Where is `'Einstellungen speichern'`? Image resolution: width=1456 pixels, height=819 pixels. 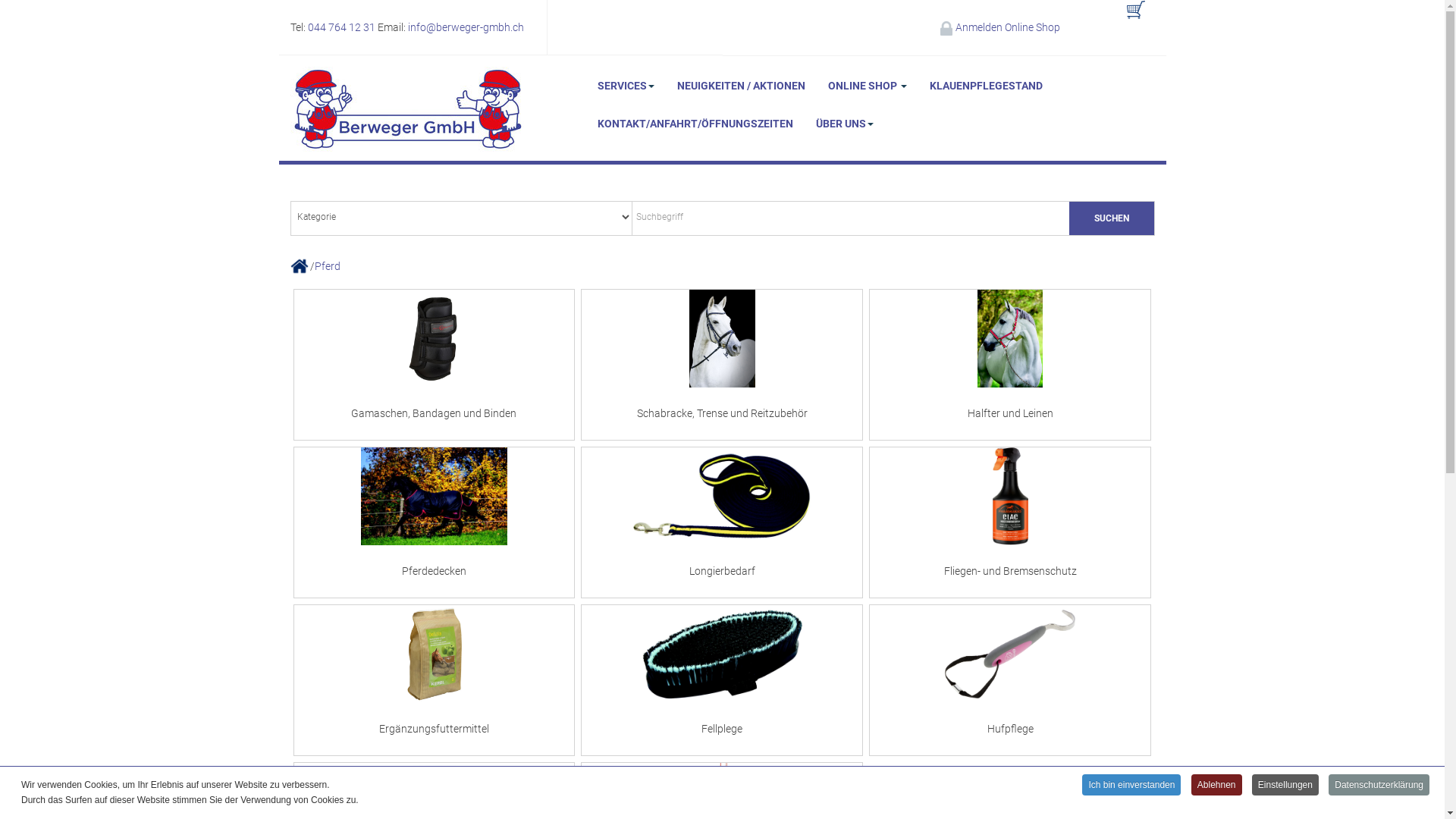
'Einstellungen speichern' is located at coordinates (866, 541).